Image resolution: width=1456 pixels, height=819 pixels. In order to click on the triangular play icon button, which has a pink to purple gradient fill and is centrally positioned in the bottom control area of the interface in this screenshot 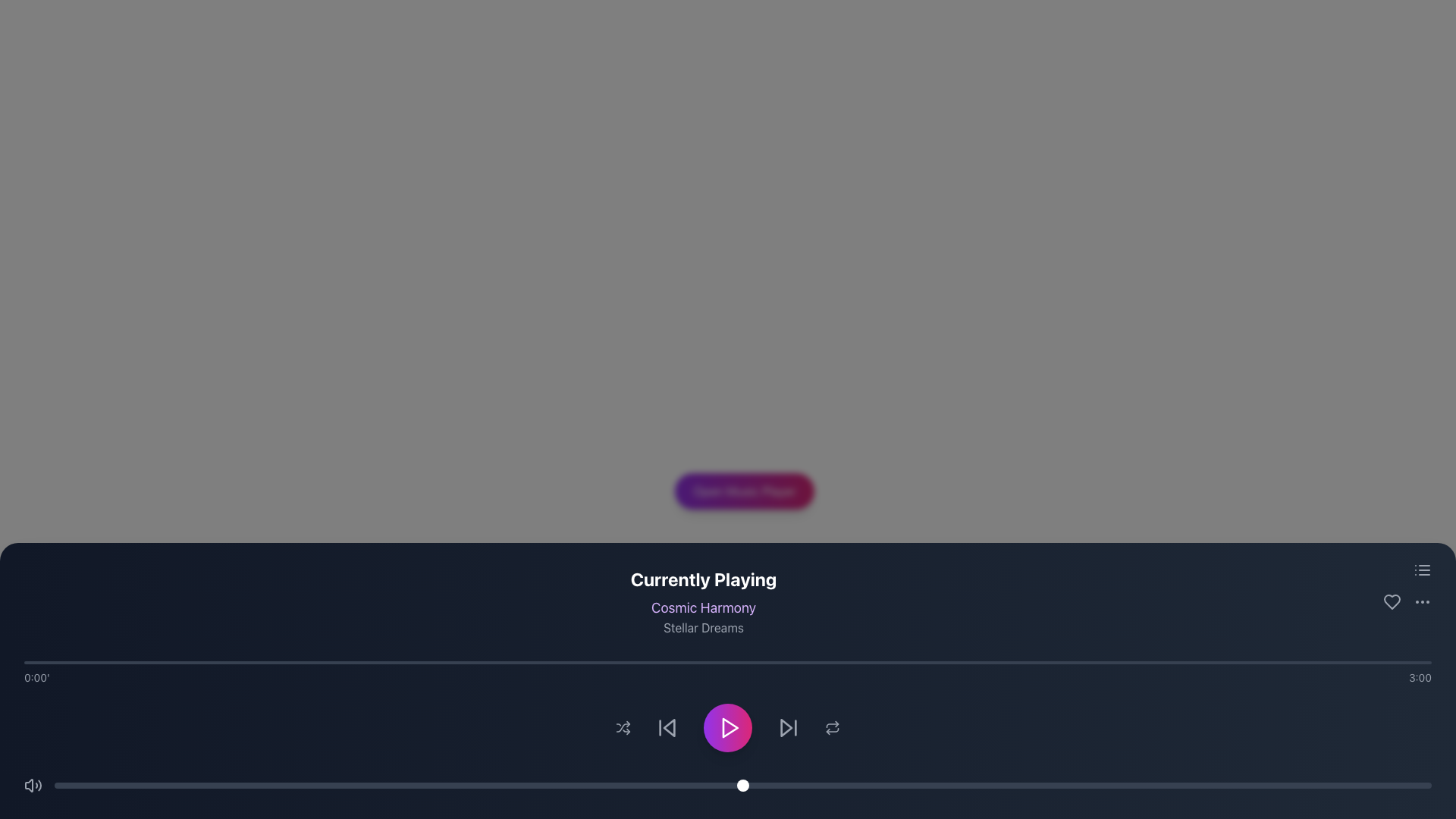, I will do `click(730, 727)`.